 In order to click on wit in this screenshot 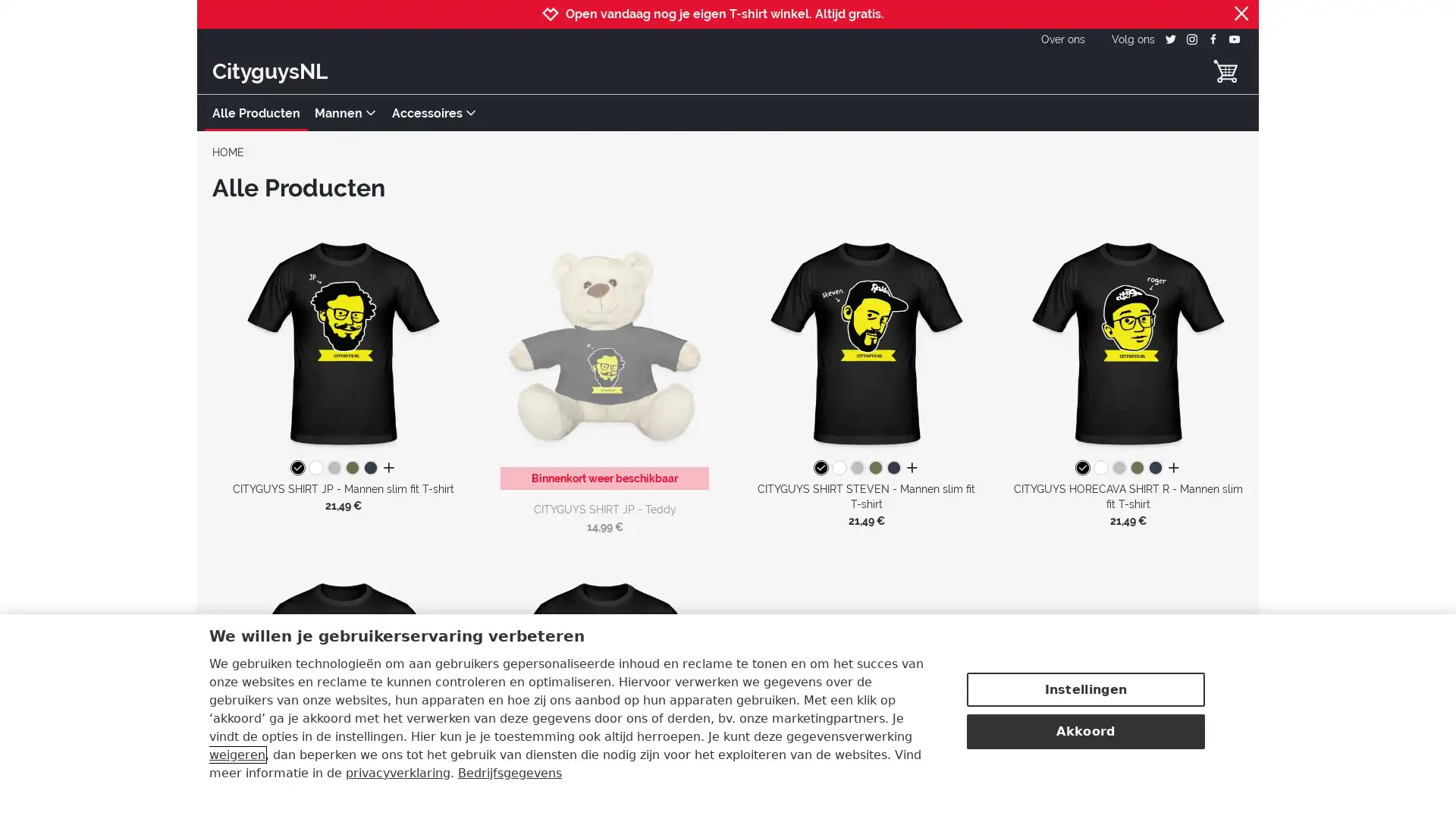, I will do `click(315, 468)`.